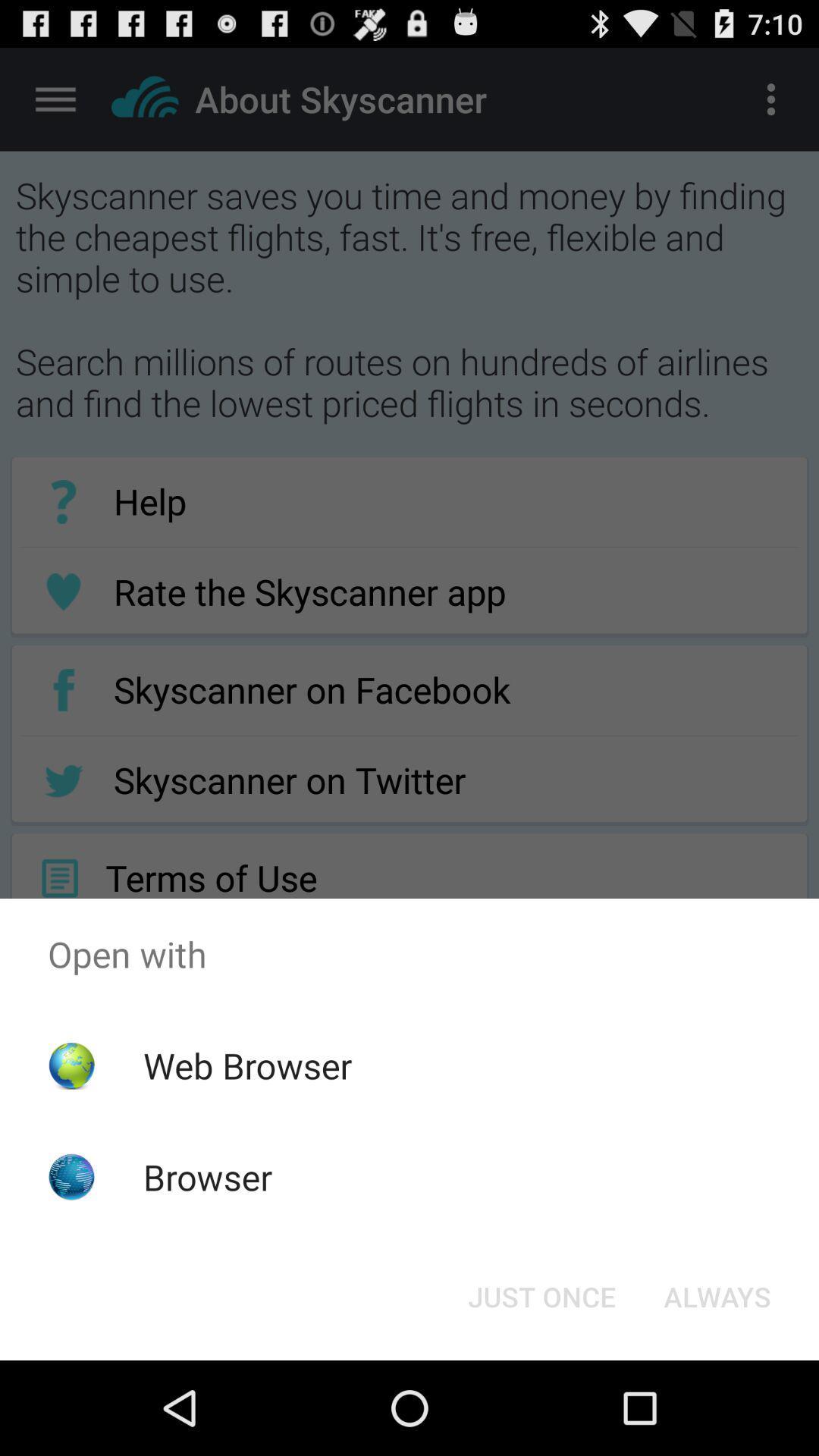 Image resolution: width=819 pixels, height=1456 pixels. What do you see at coordinates (246, 1065) in the screenshot?
I see `the item above browser icon` at bounding box center [246, 1065].